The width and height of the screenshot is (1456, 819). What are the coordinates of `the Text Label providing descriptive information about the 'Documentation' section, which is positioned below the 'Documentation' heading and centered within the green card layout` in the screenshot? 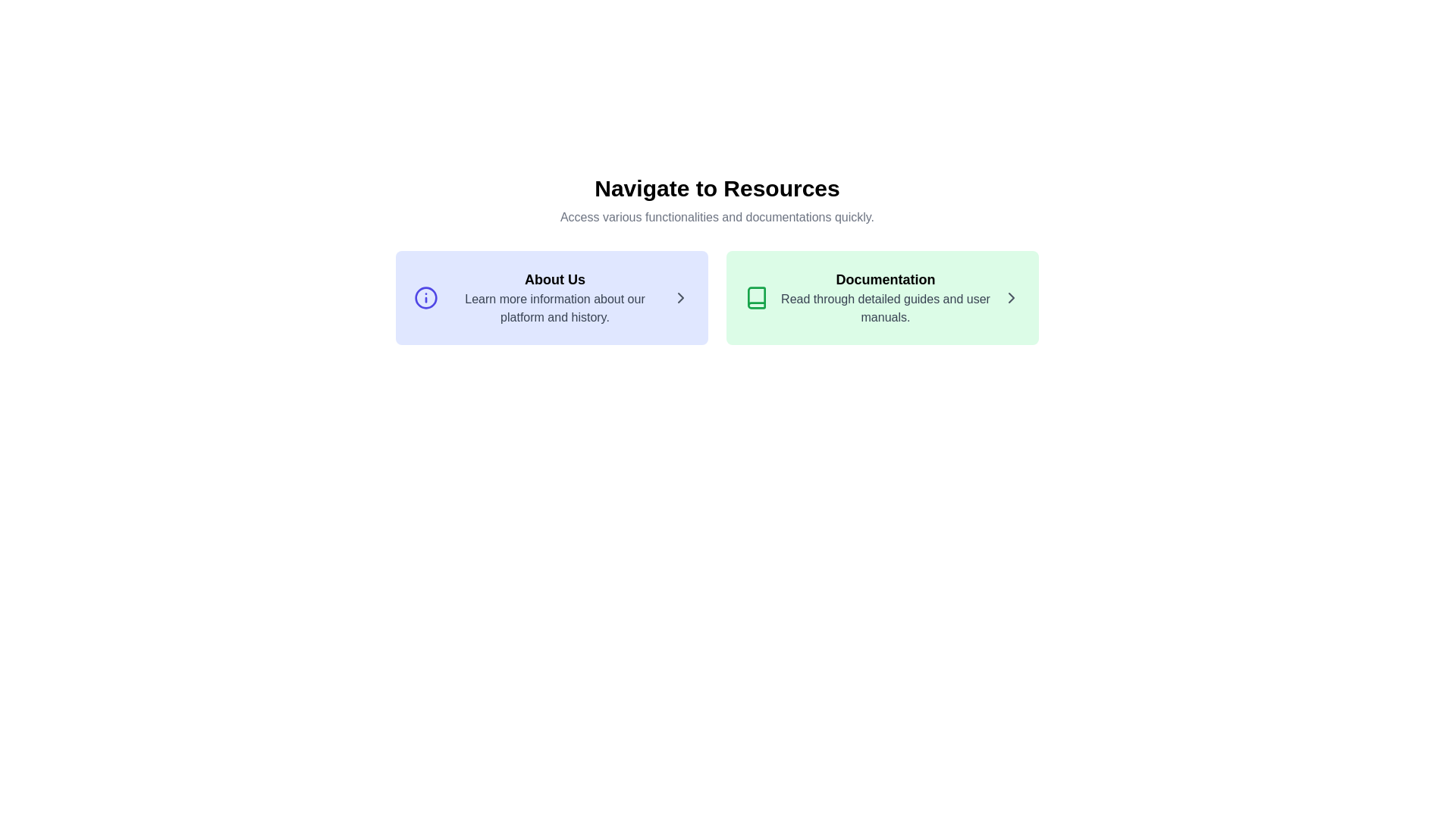 It's located at (885, 308).